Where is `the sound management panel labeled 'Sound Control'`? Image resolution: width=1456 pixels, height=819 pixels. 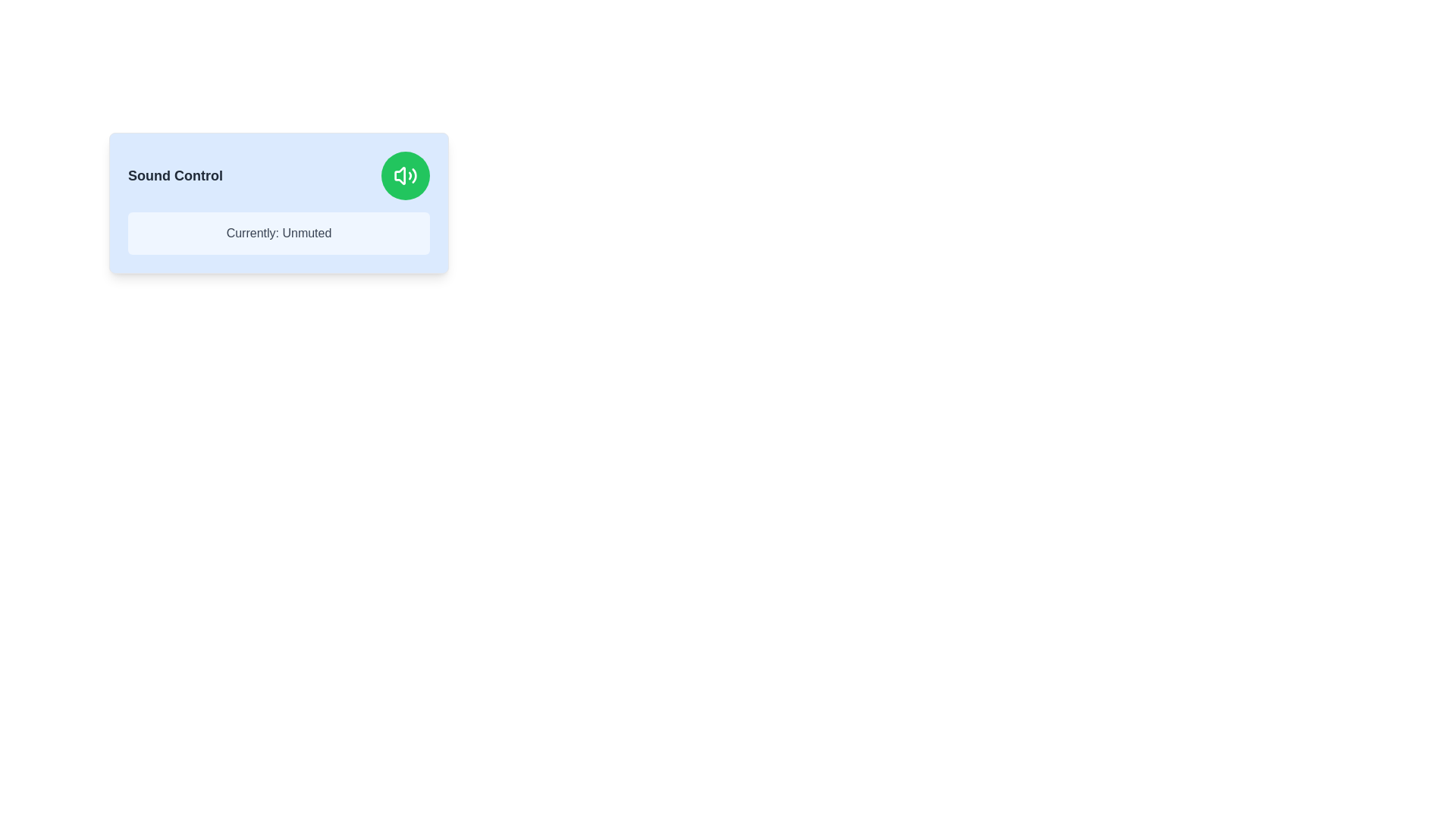
the sound management panel labeled 'Sound Control' is located at coordinates (279, 202).